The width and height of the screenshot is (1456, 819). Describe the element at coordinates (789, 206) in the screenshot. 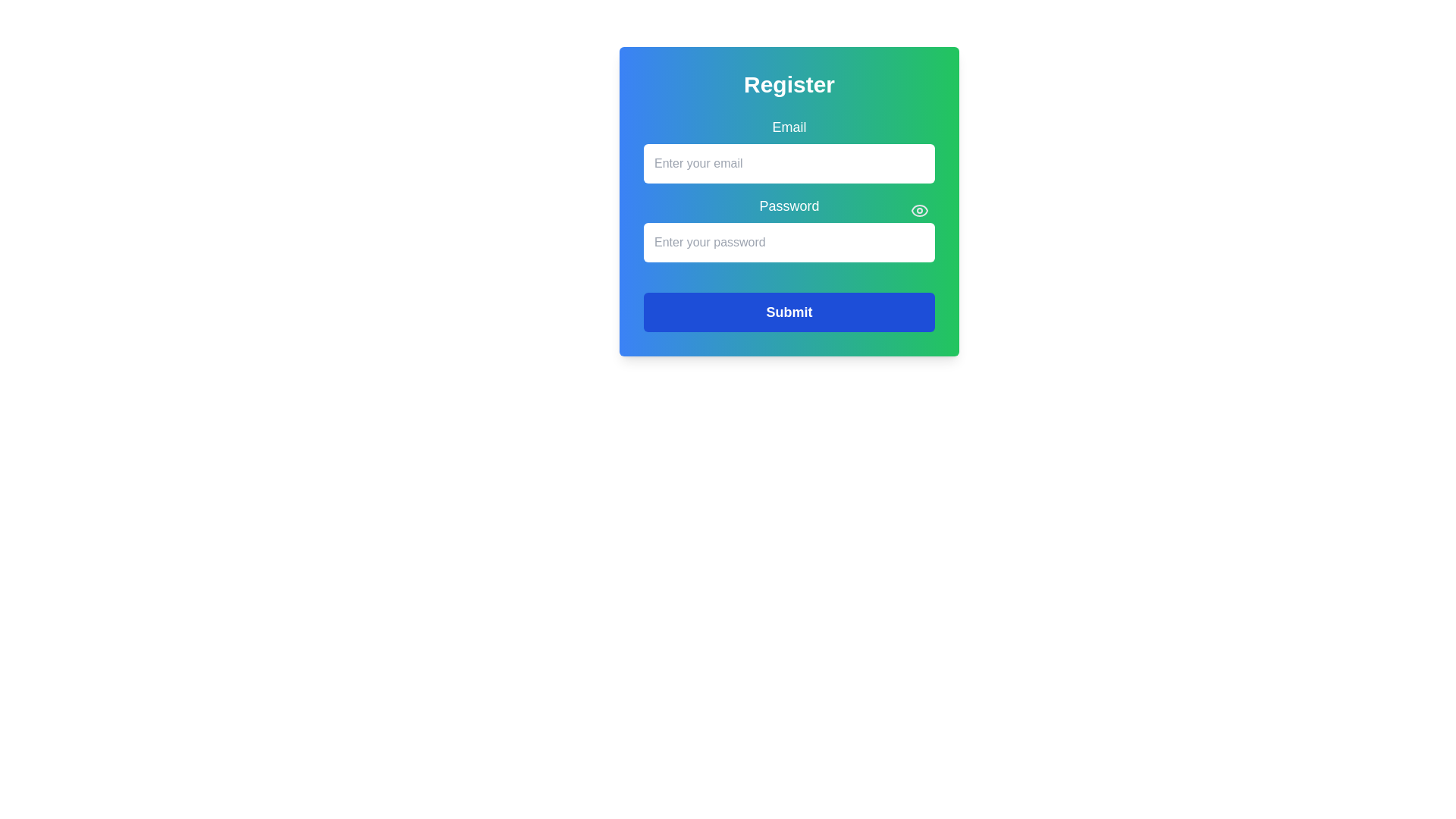

I see `the Text Label that describes the password input field, which is centrally placed horizontally in the form and slightly above the password field` at that location.